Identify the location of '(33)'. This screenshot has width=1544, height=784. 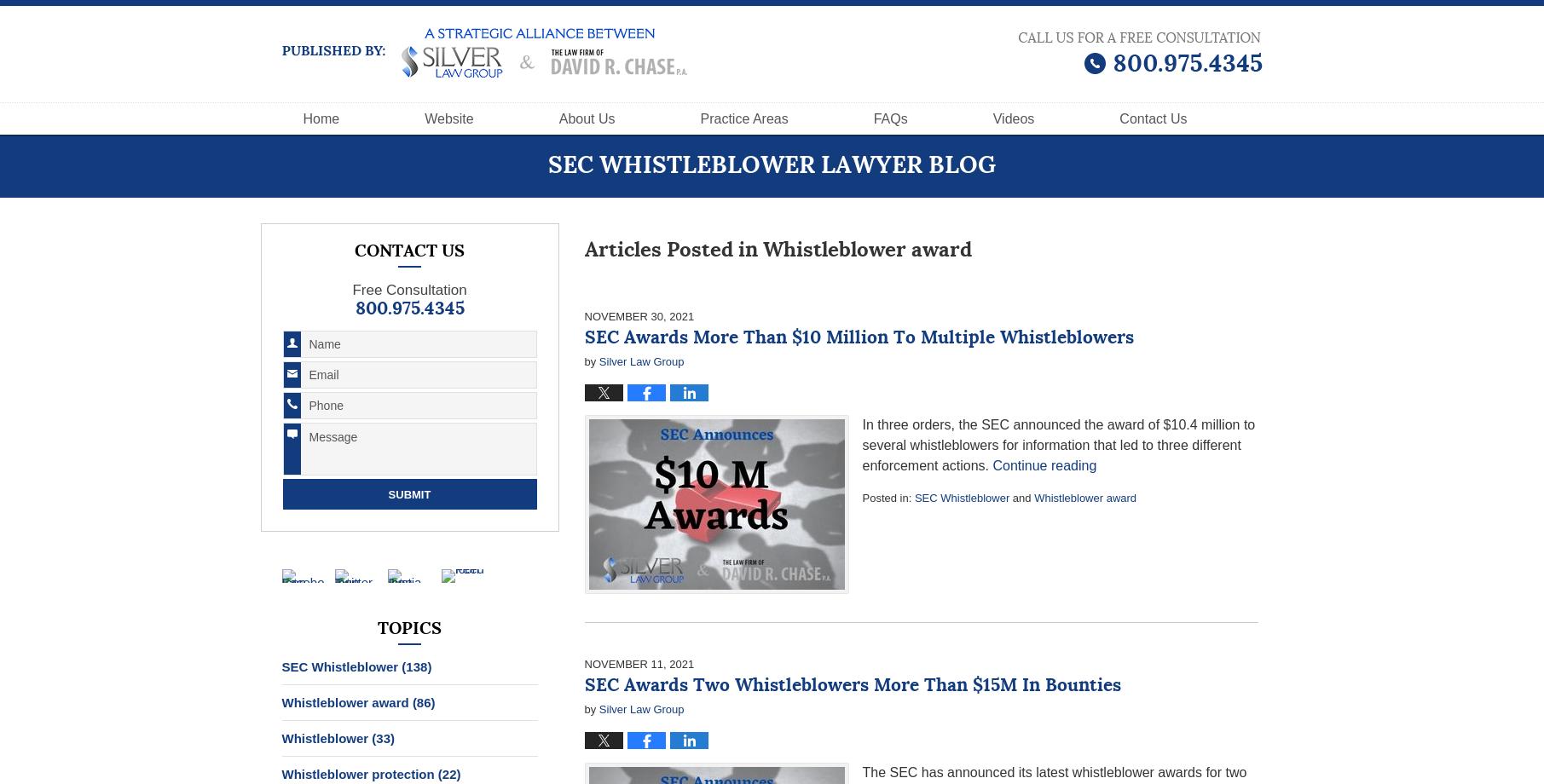
(383, 737).